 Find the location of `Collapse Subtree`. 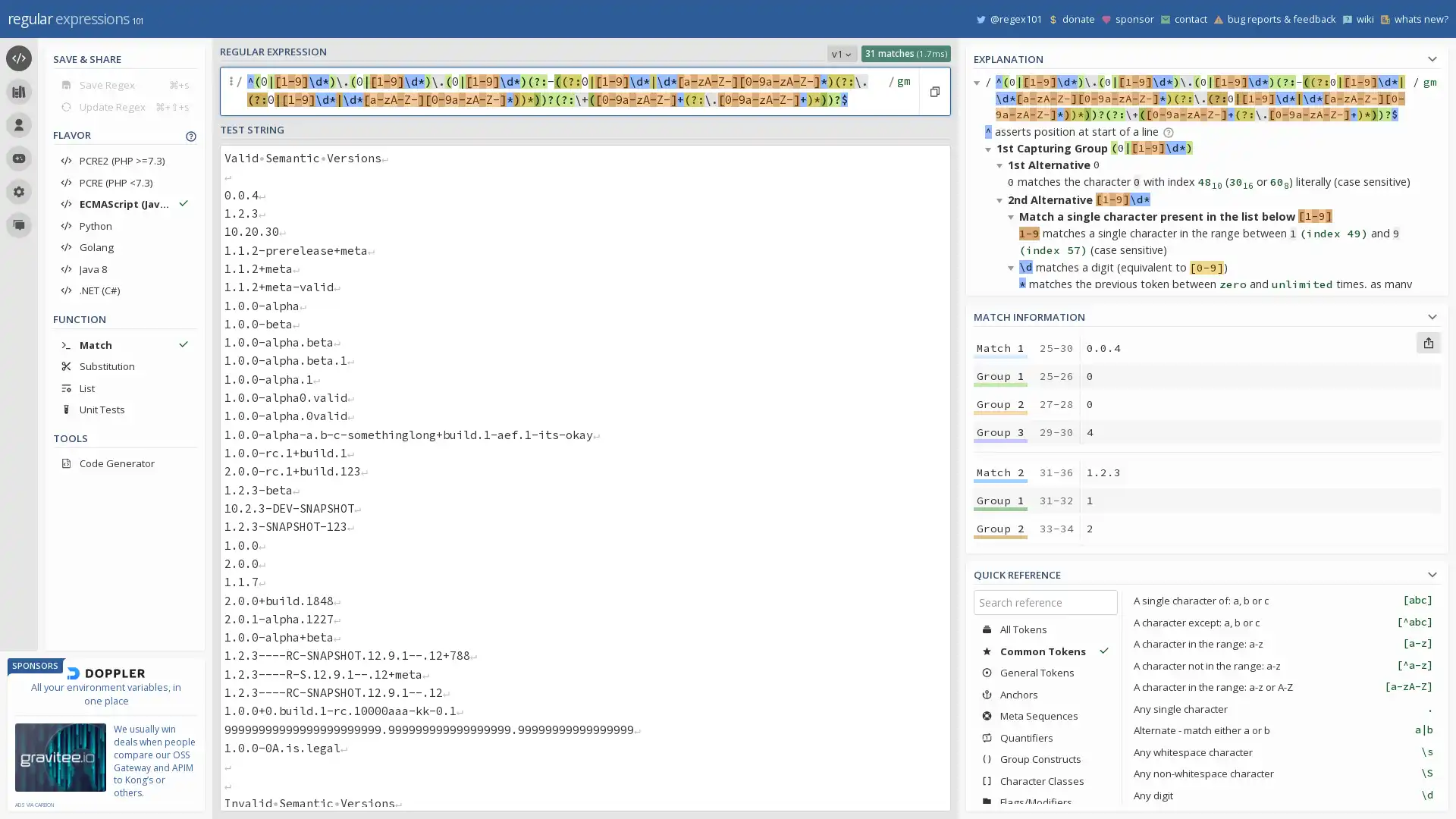

Collapse Subtree is located at coordinates (1013, 216).